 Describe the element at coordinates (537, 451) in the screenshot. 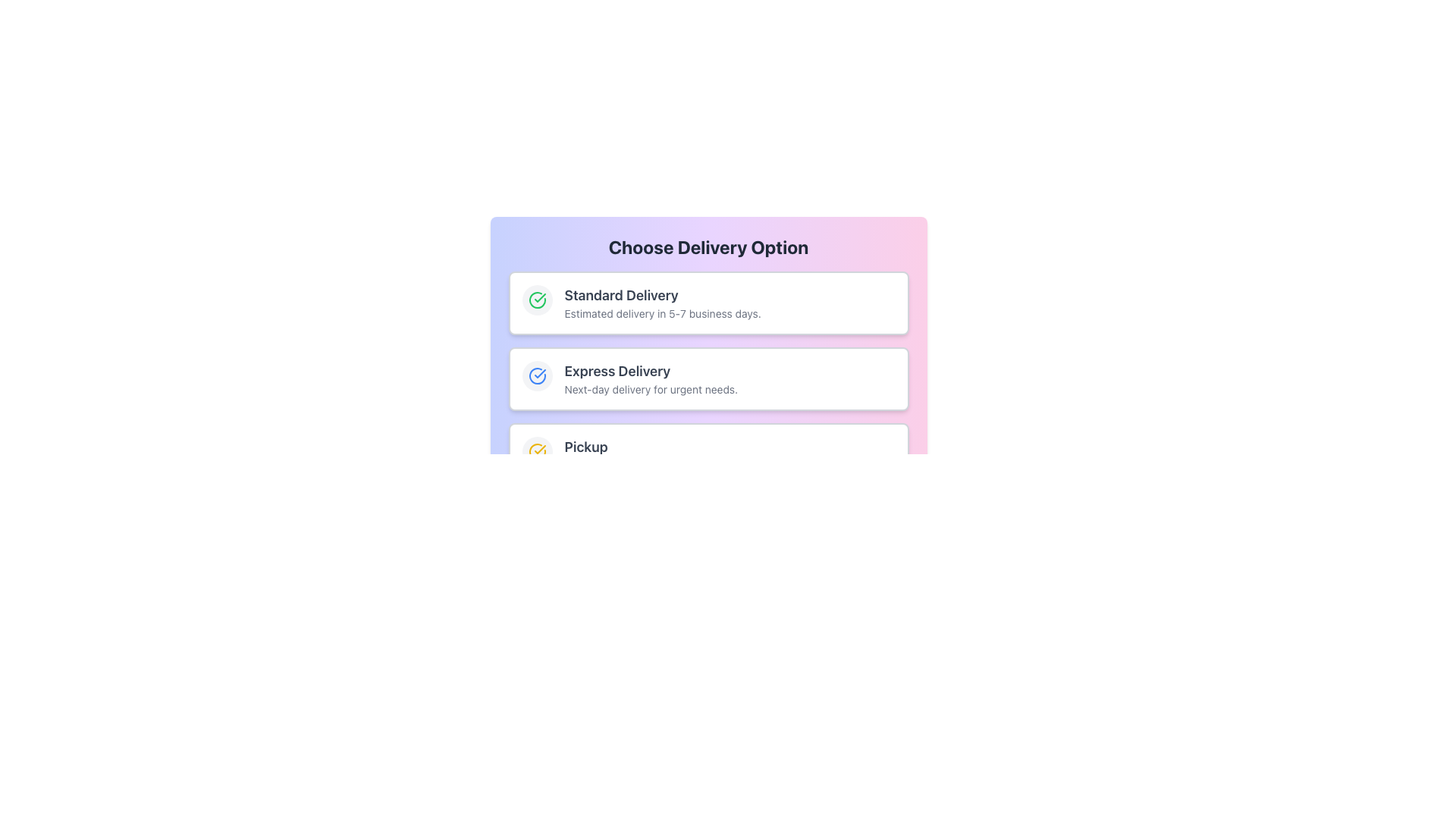

I see `the graphical icon indicating the 'Pickup' delivery option located in the top-left corner of the card adjacent to the 'Pickup' text` at that location.